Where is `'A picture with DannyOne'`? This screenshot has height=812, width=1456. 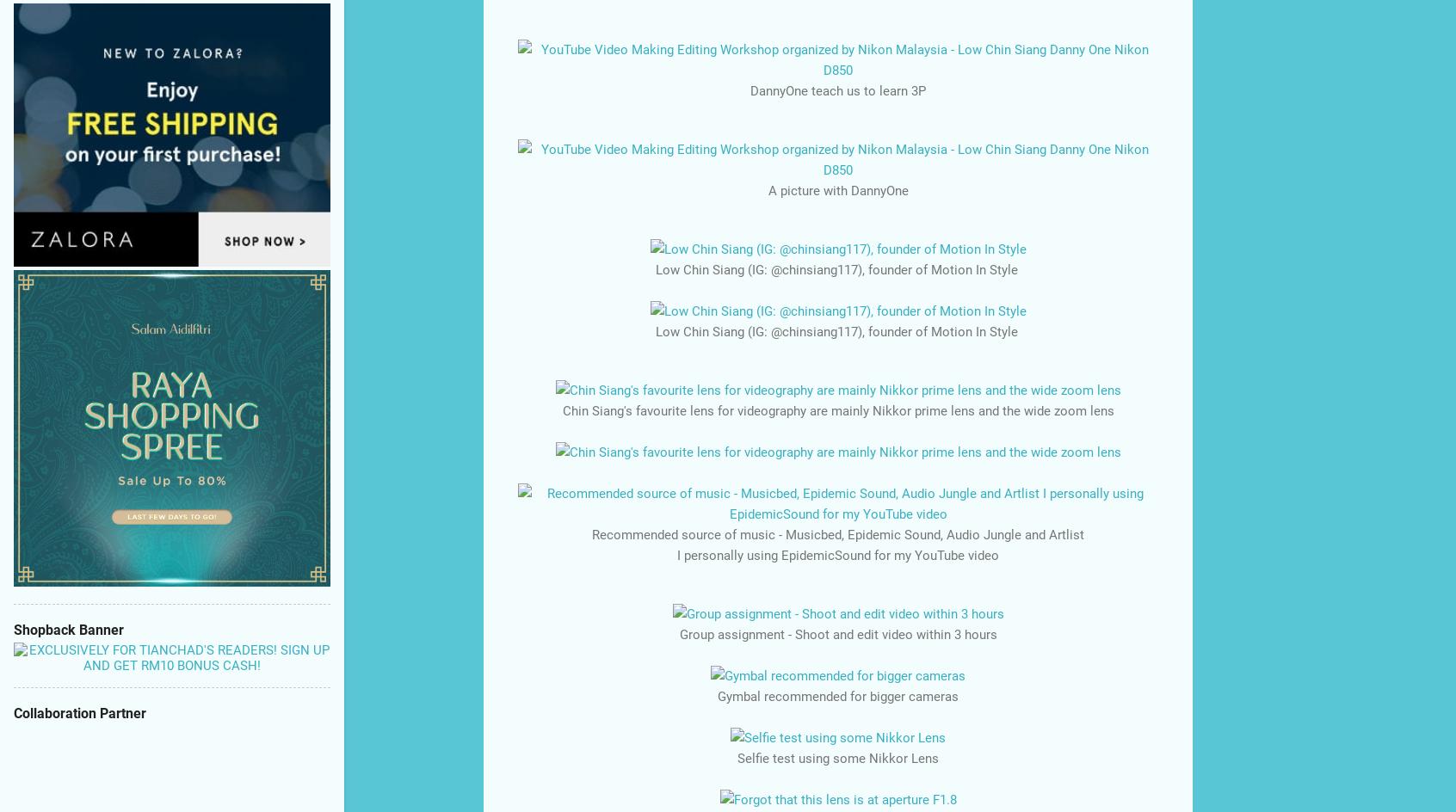 'A picture with DannyOne' is located at coordinates (837, 188).